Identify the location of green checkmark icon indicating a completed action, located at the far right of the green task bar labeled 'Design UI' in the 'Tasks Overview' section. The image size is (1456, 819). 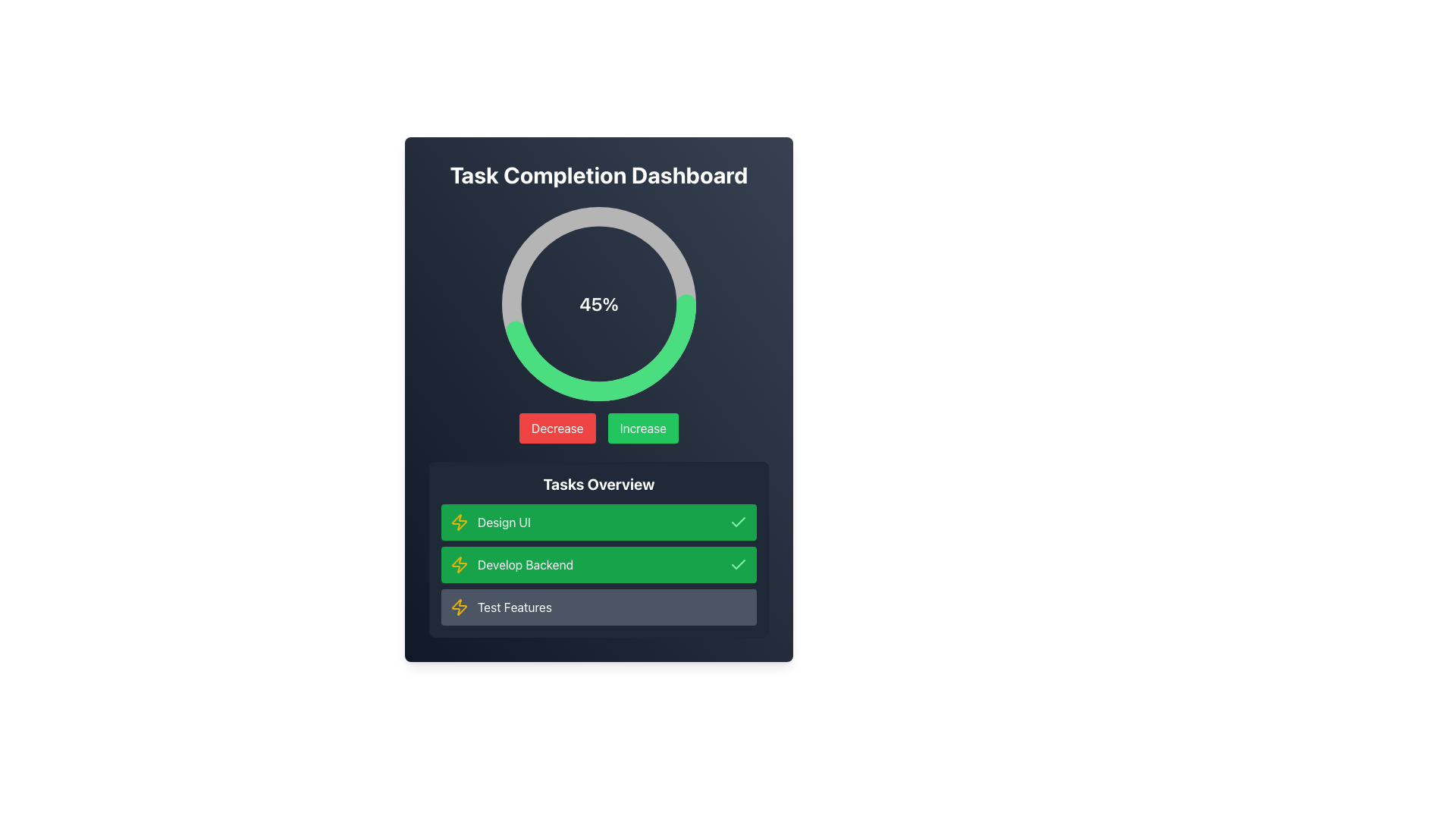
(739, 522).